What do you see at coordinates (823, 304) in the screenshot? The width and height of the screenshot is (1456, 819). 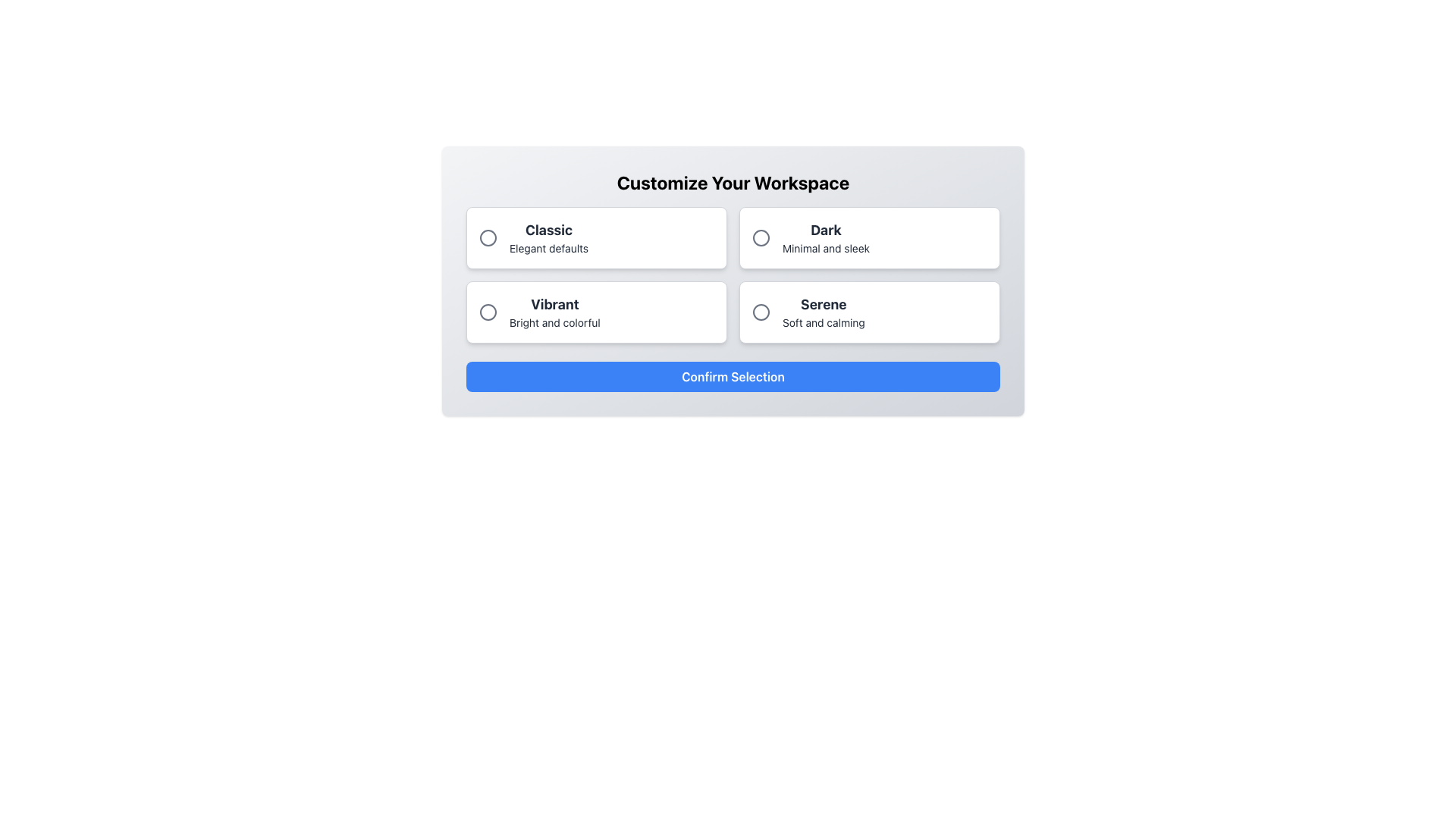 I see `text of the header labeled 'Serene' which is located in the bottom-right quadrant of the interface, distinguishing it among other options` at bounding box center [823, 304].